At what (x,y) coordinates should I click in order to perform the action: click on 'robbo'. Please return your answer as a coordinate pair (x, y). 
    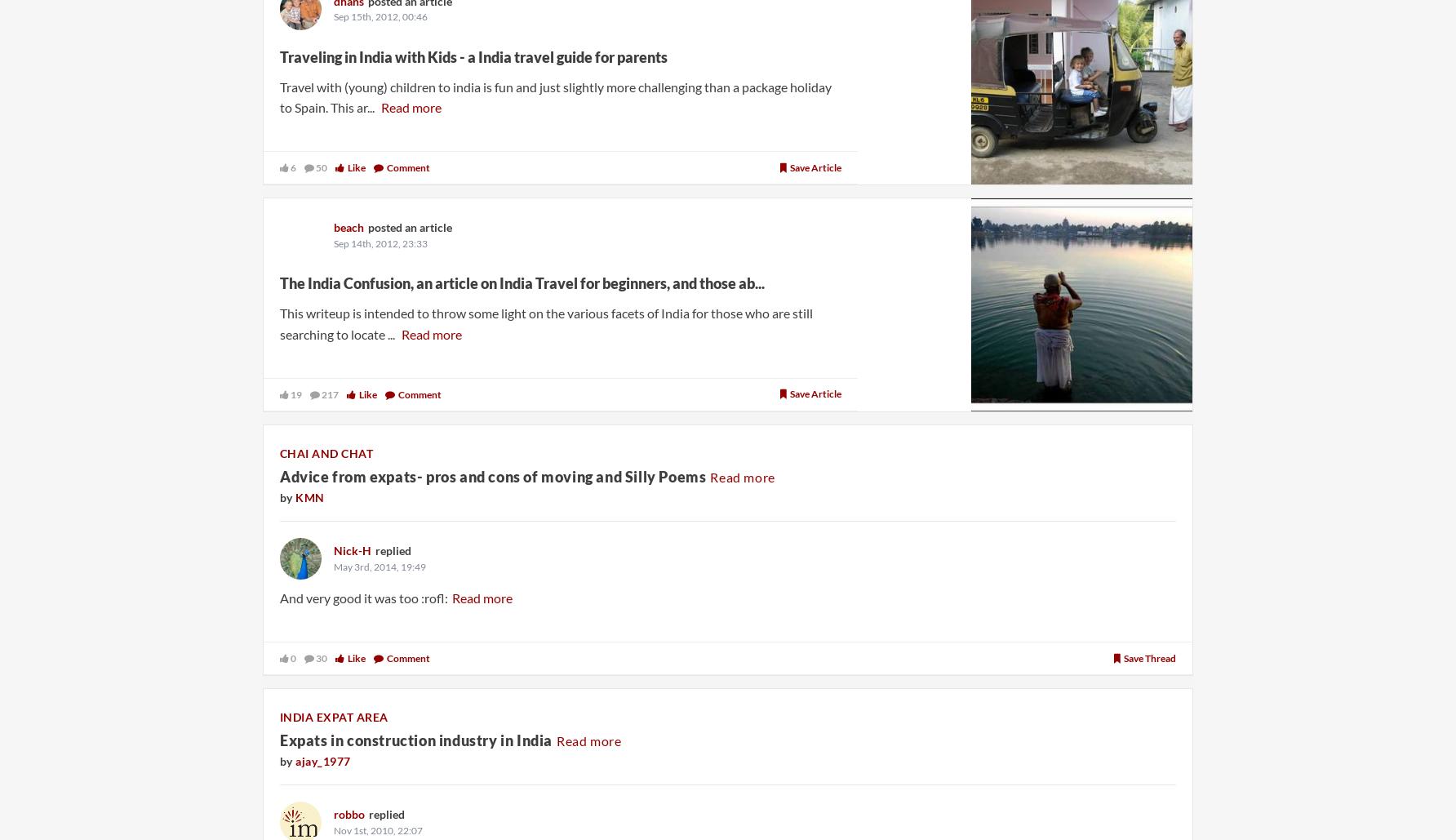
    Looking at the image, I should click on (348, 813).